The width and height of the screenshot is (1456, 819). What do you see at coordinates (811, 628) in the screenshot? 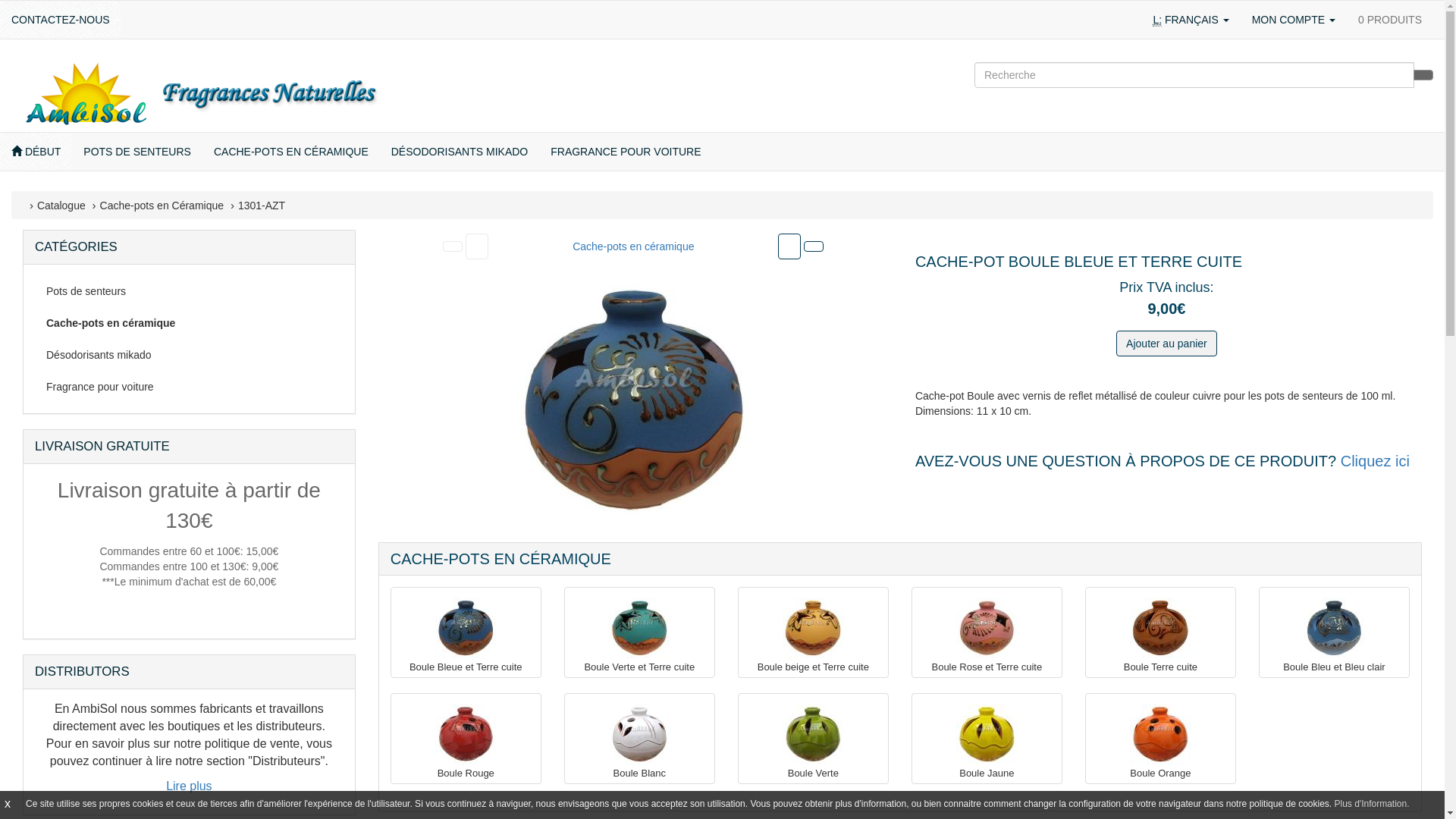
I see `'Boule beige et Terre cuite'` at bounding box center [811, 628].